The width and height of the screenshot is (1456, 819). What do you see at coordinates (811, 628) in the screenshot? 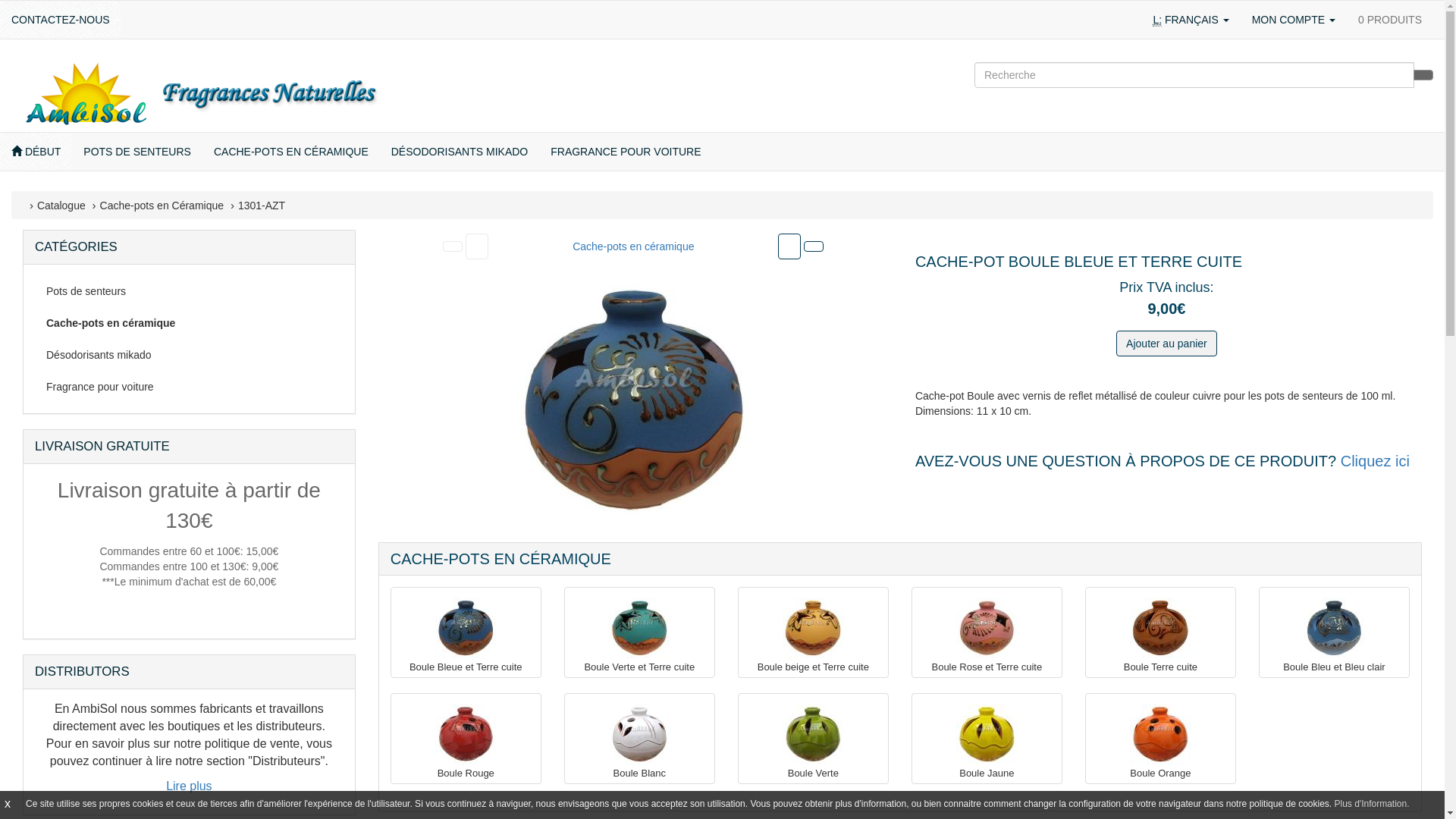
I see `'Boule beige et Terre cuite'` at bounding box center [811, 628].